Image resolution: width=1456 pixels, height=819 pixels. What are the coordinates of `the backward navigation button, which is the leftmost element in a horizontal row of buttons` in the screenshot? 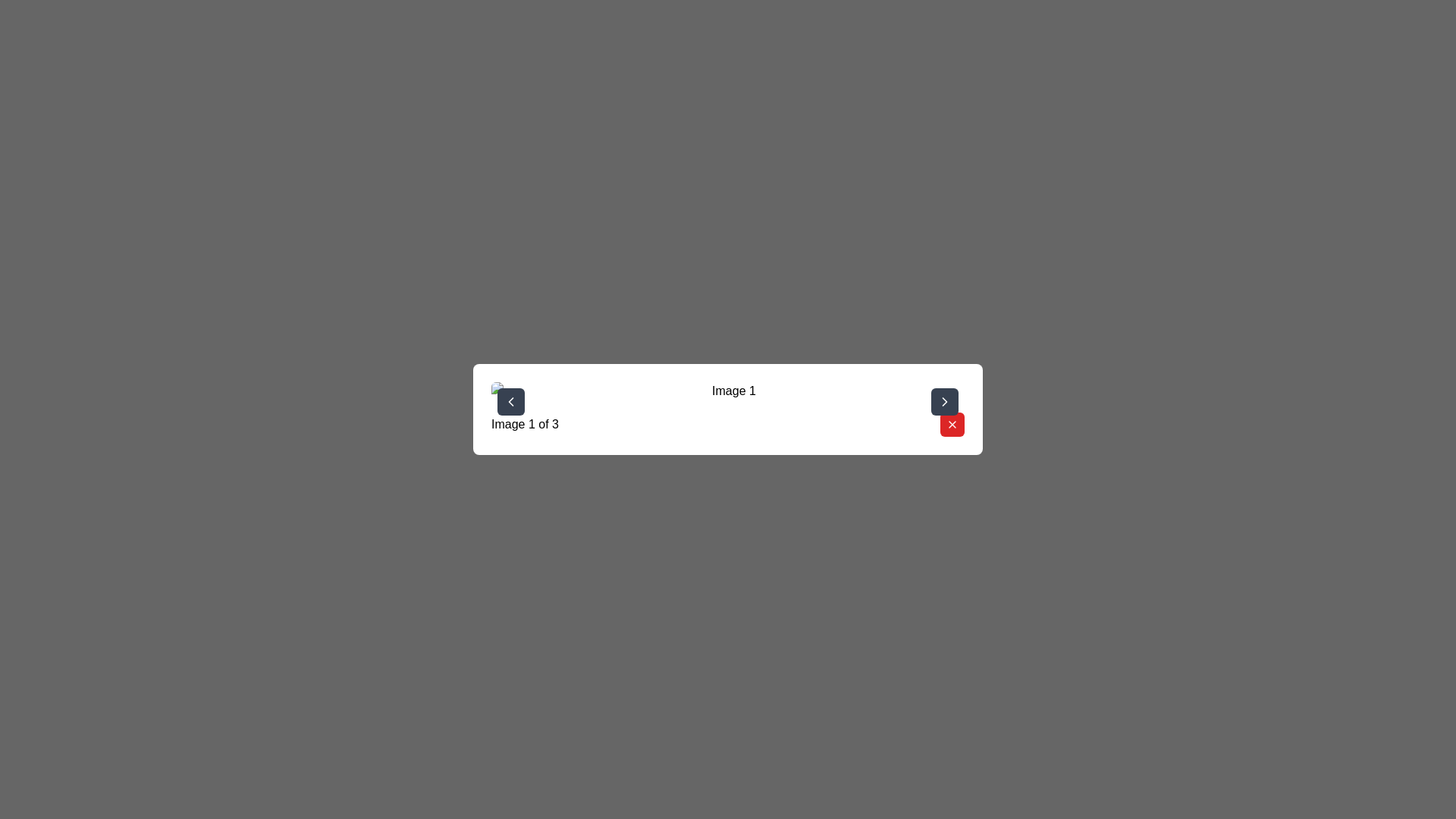 It's located at (510, 400).